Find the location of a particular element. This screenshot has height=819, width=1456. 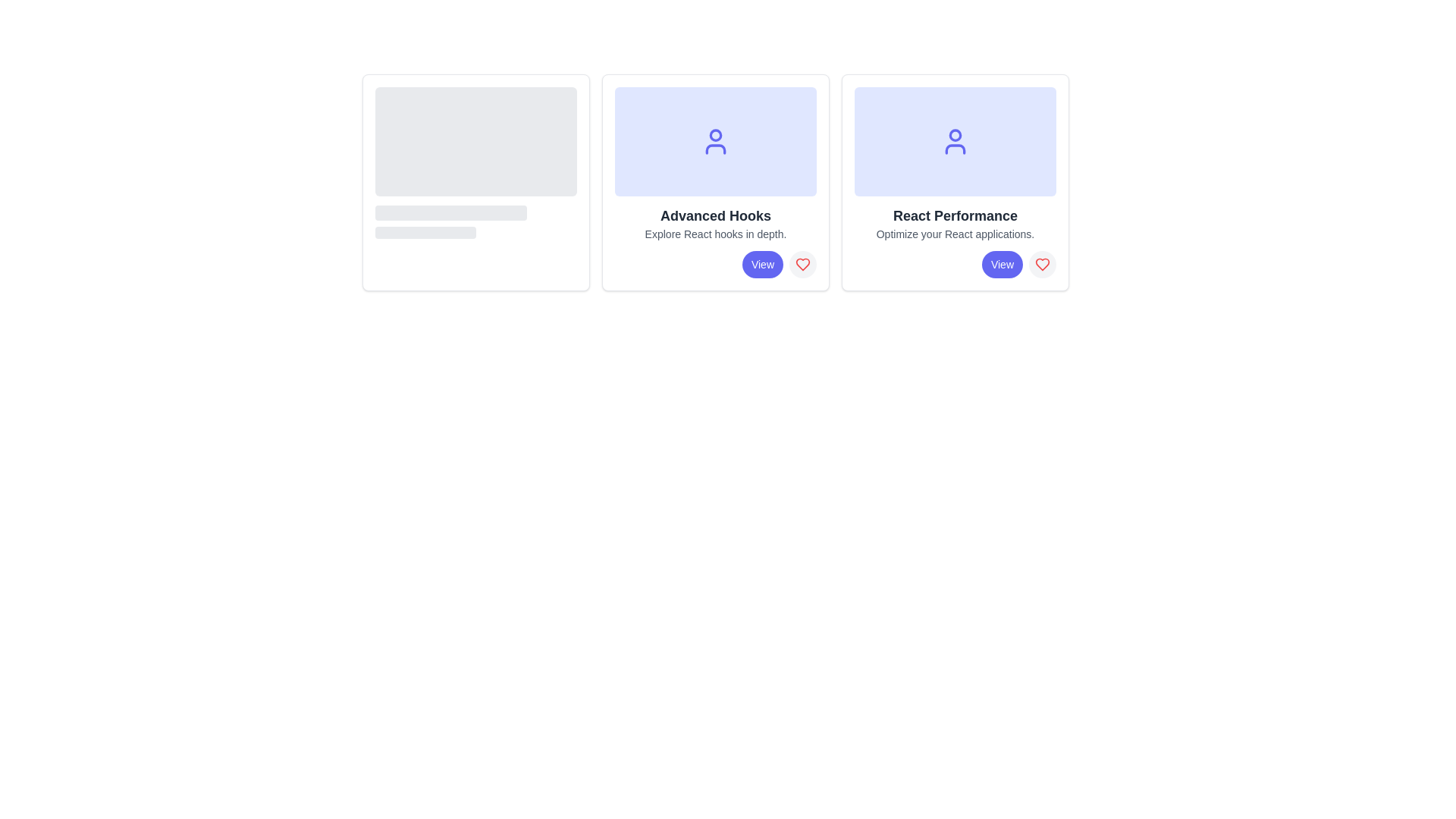

the 'React Performance' text label displayed in bold, dark-gray font, which is located in the third card from the left, positioned below the graphical representation is located at coordinates (954, 216).